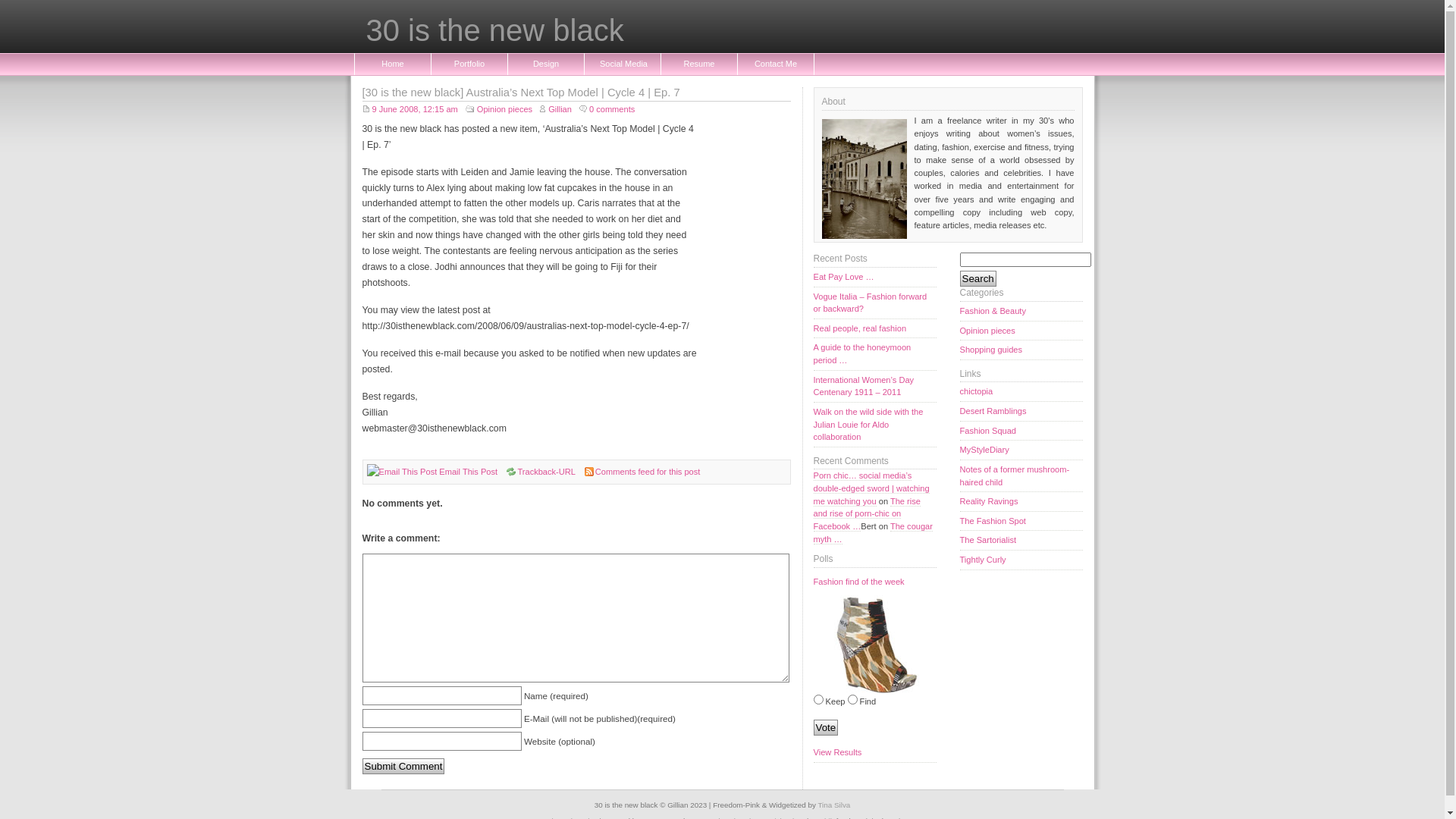 Image resolution: width=1456 pixels, height=819 pixels. What do you see at coordinates (1021, 520) in the screenshot?
I see `'The Fashion Spot'` at bounding box center [1021, 520].